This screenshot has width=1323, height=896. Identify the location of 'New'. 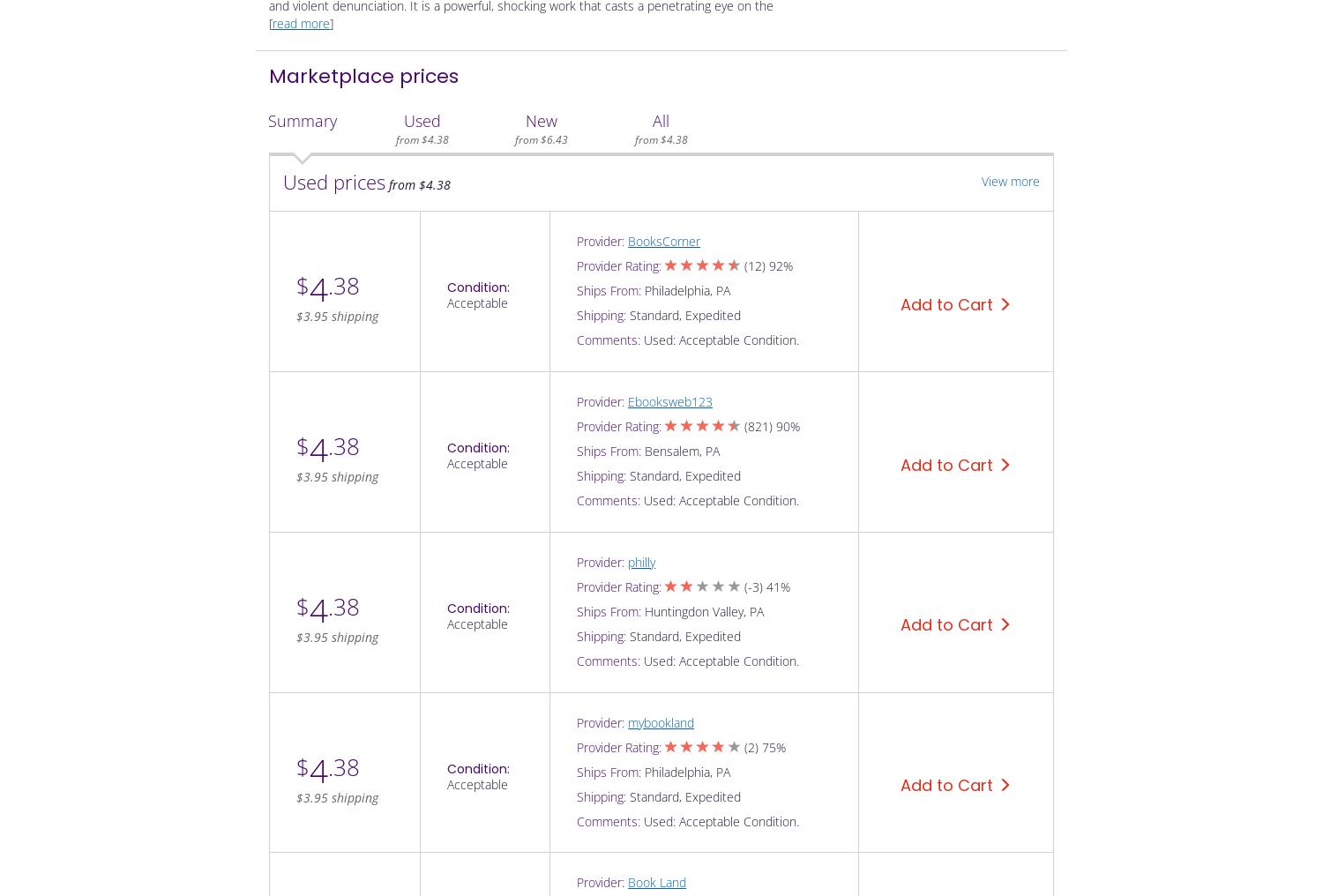
(540, 119).